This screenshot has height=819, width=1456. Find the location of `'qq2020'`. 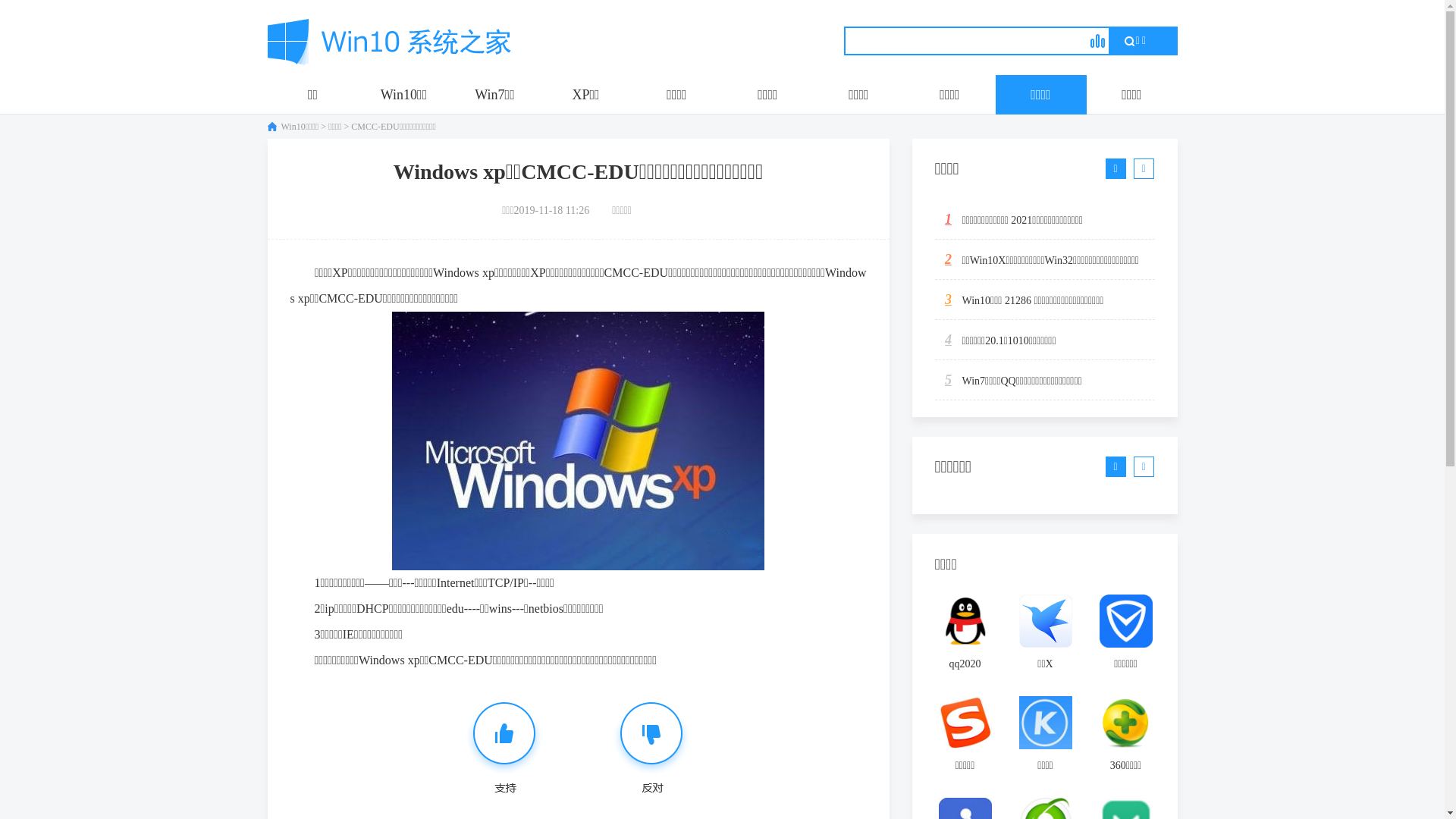

'qq2020' is located at coordinates (964, 637).